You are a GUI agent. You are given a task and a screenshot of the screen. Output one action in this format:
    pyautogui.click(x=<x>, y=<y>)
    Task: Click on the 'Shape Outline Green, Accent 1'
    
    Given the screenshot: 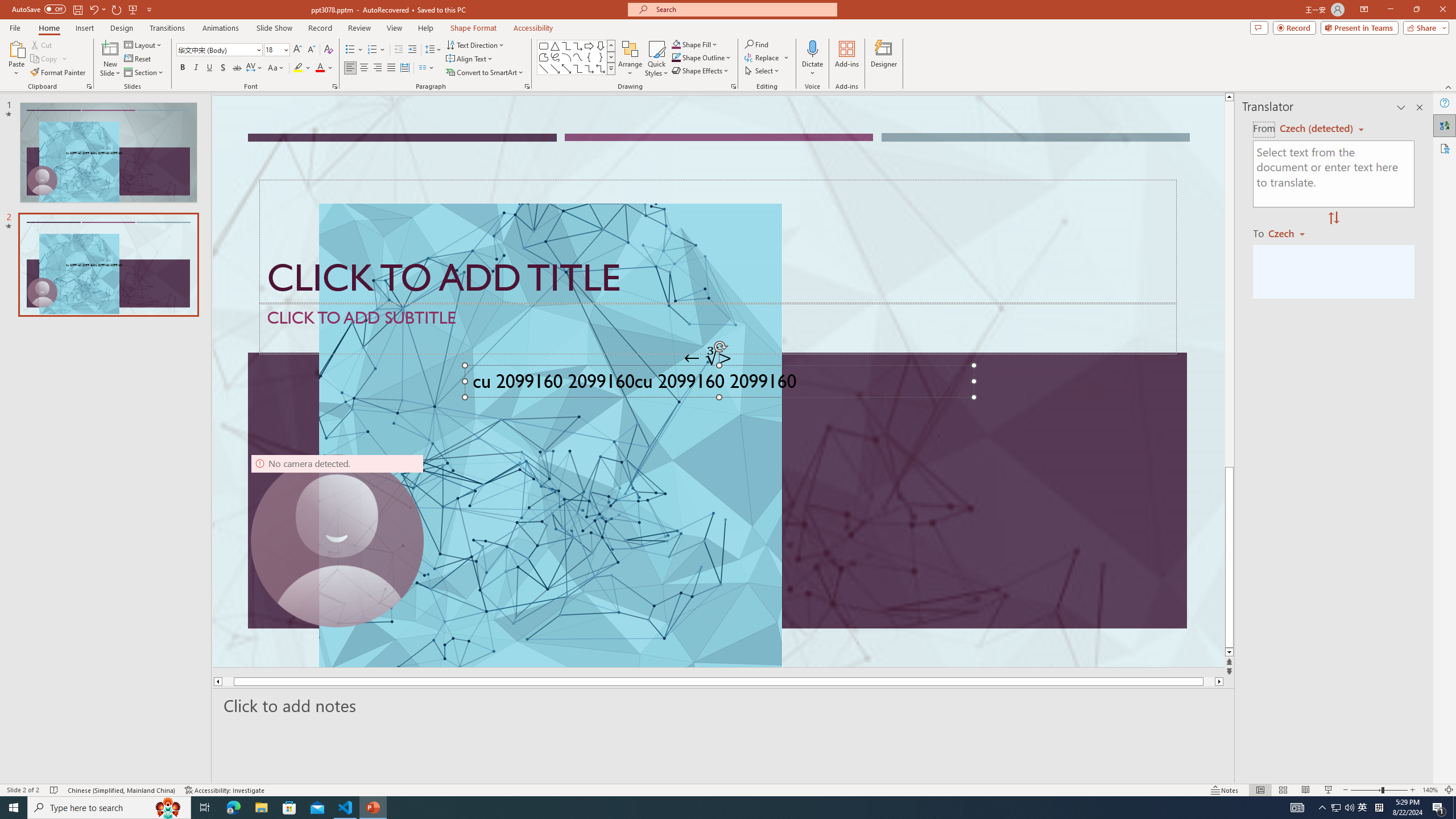 What is the action you would take?
    pyautogui.click(x=676, y=56)
    